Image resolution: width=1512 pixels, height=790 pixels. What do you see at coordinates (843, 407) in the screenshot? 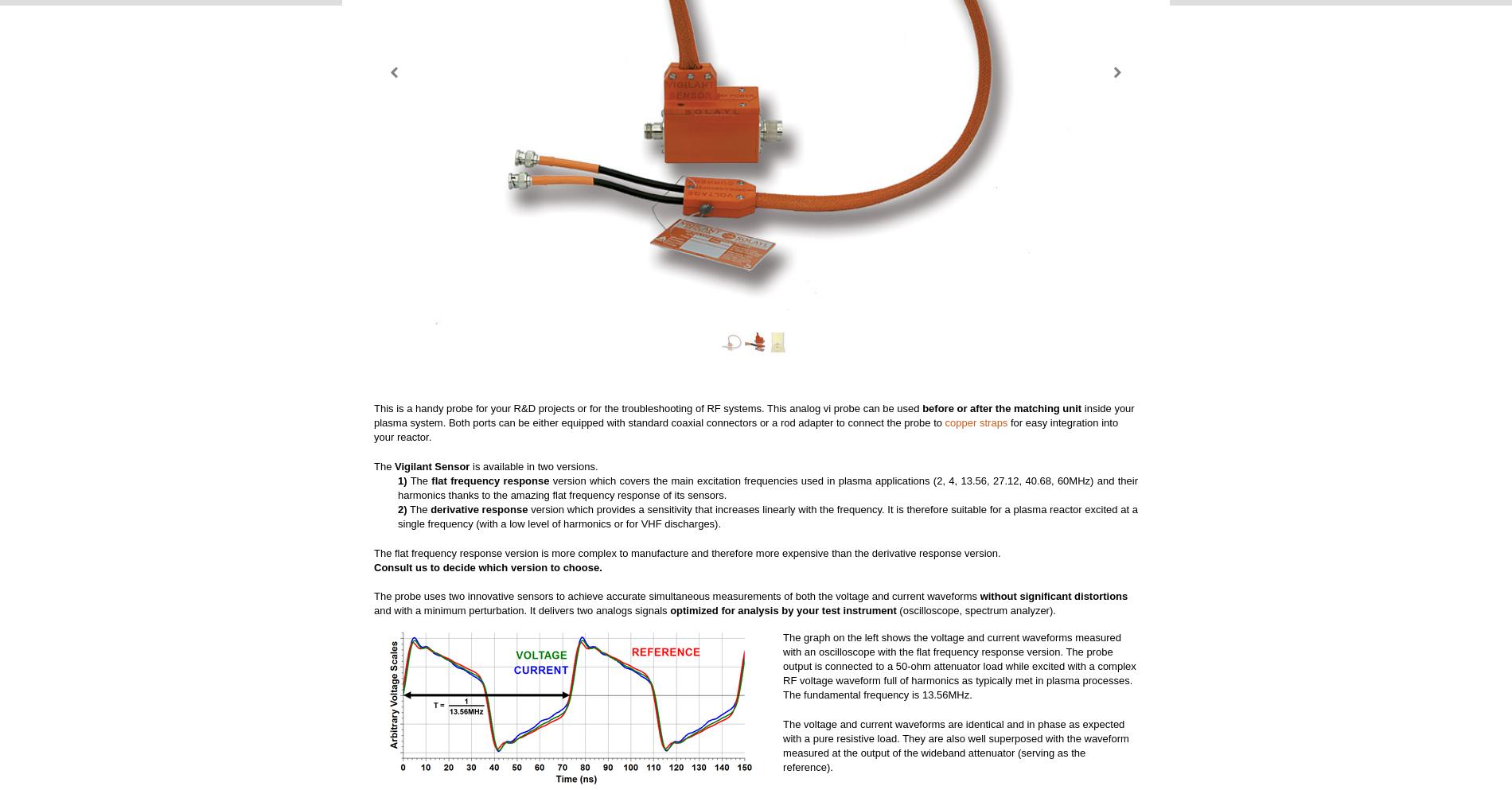
I see `'This analog vi probe can be
    used'` at bounding box center [843, 407].